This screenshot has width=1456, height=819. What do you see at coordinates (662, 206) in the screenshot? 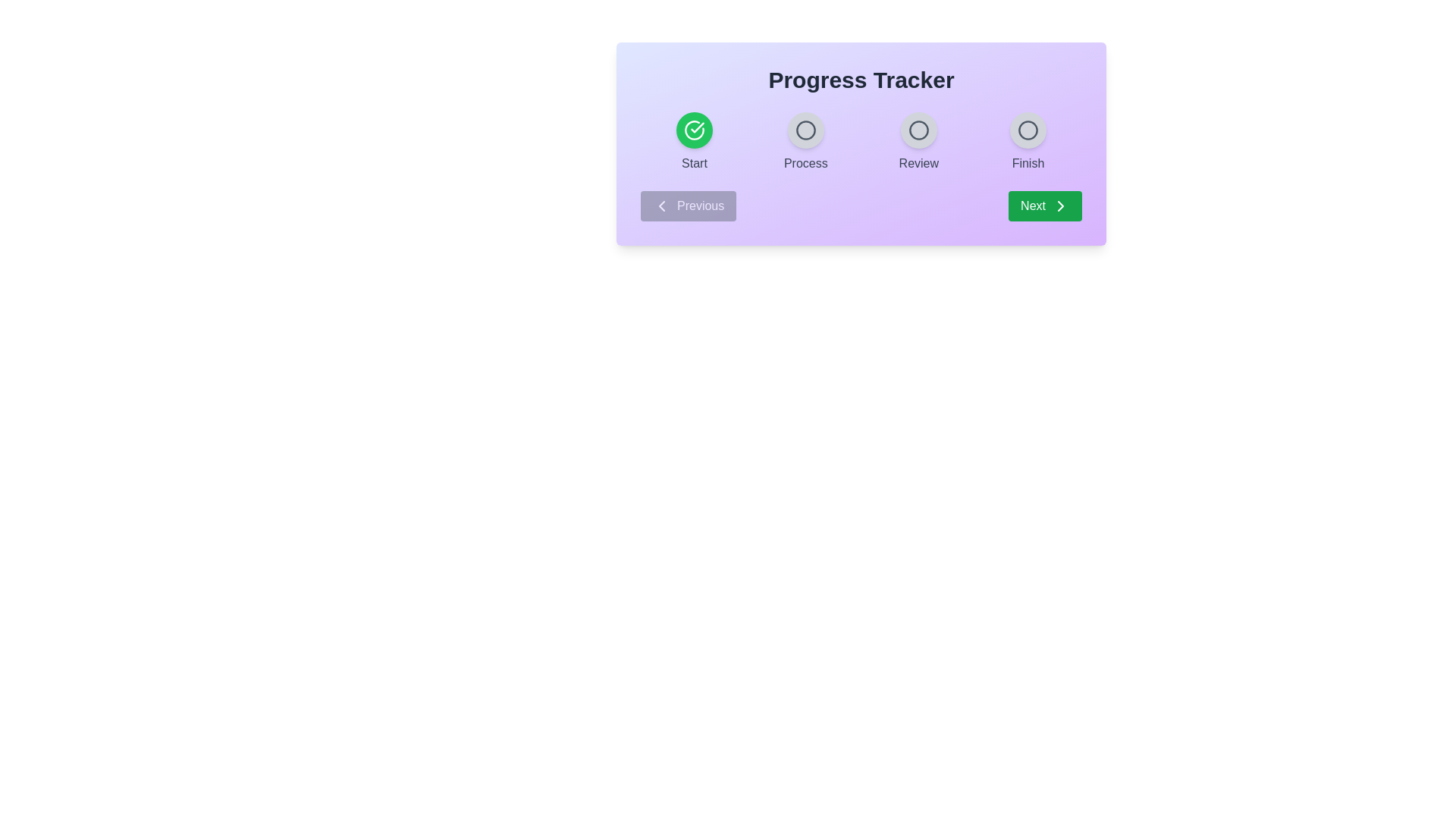
I see `the icon for backwards navigation located near the bottom-left corner of the panel, adjacent to the 'Previous' button` at bounding box center [662, 206].